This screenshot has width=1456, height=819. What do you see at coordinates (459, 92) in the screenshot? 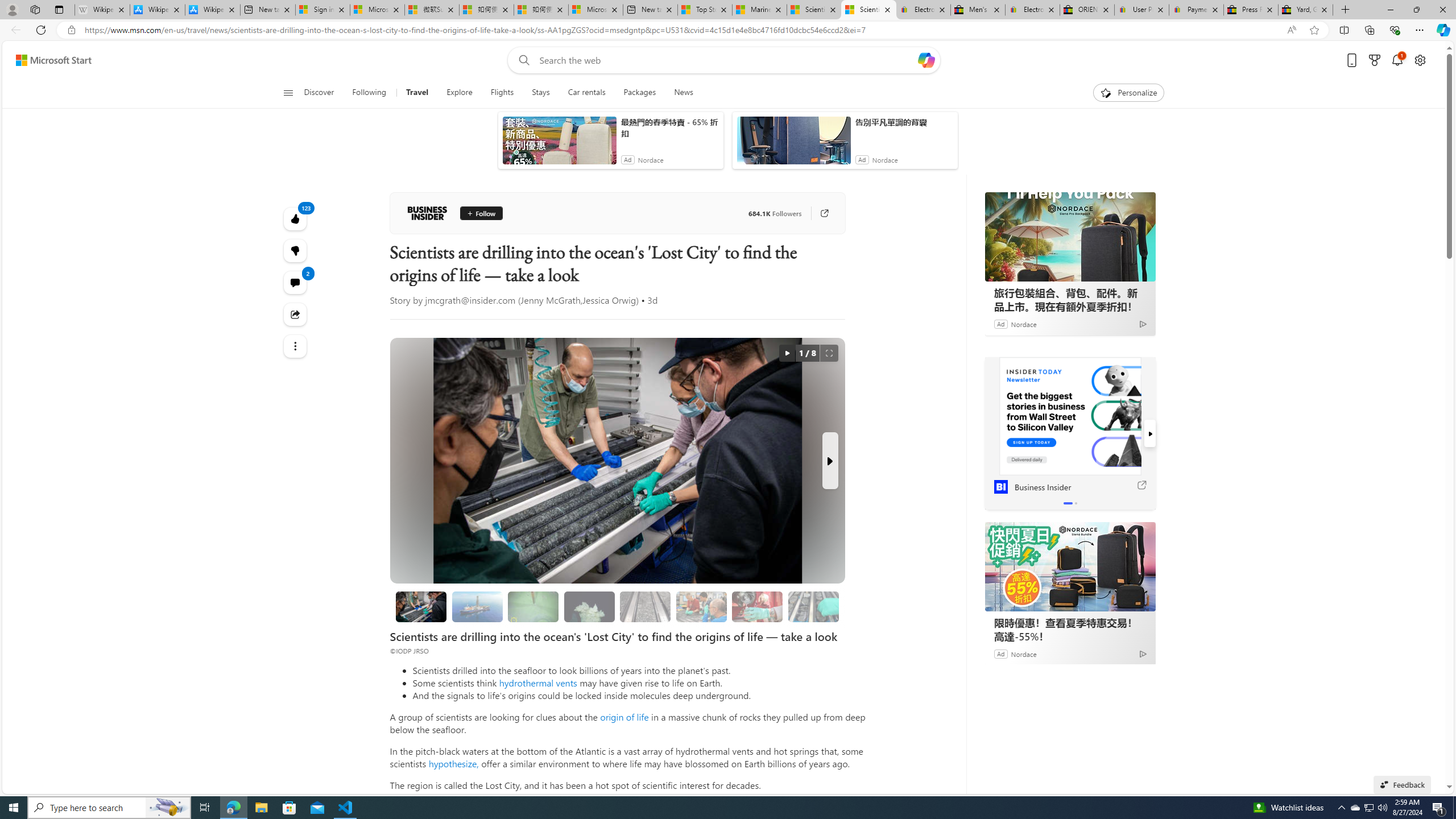
I see `'Explore'` at bounding box center [459, 92].